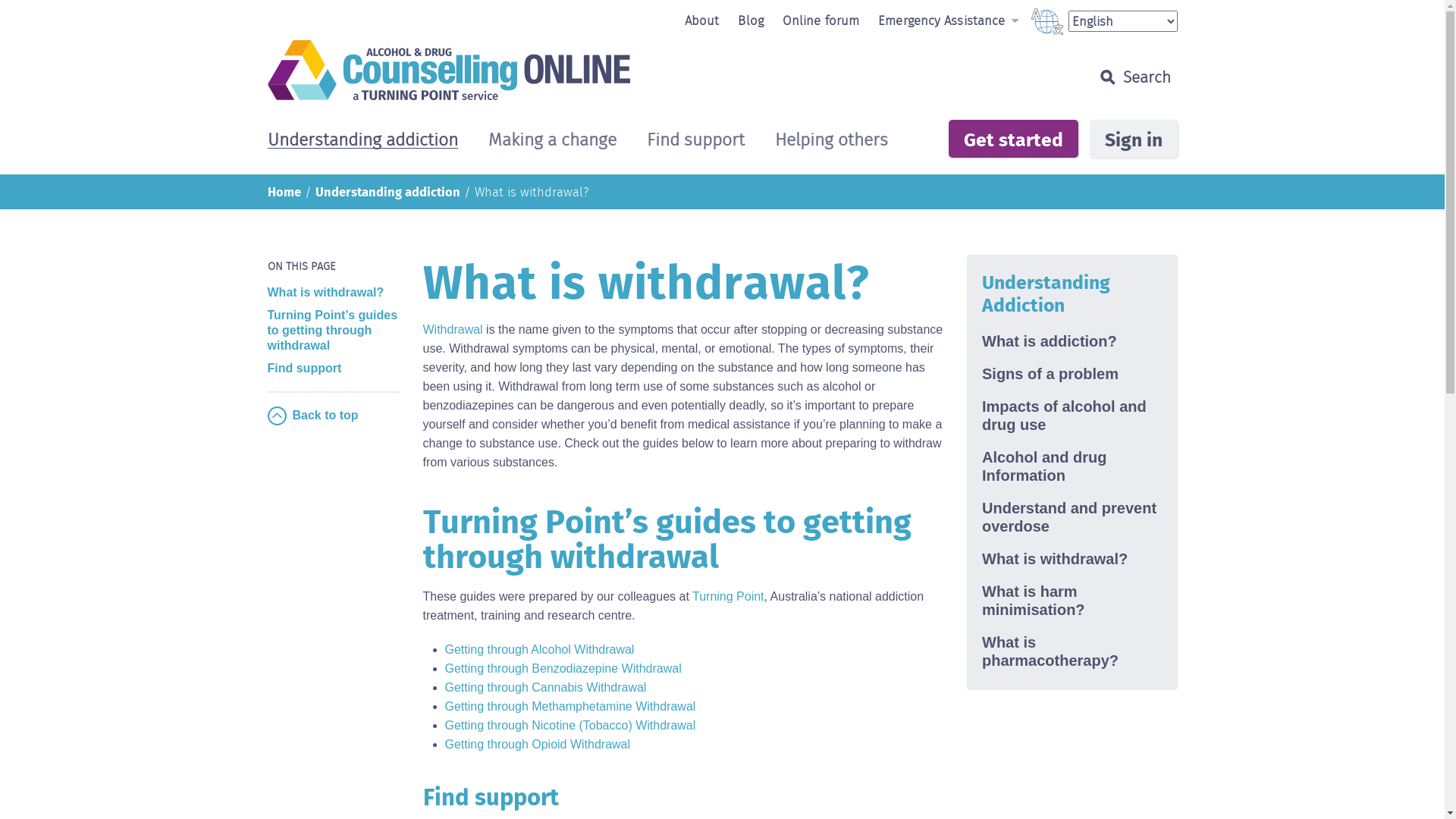 This screenshot has width=1456, height=819. What do you see at coordinates (545, 687) in the screenshot?
I see `'Getting through Cannabis Withdrawal'` at bounding box center [545, 687].